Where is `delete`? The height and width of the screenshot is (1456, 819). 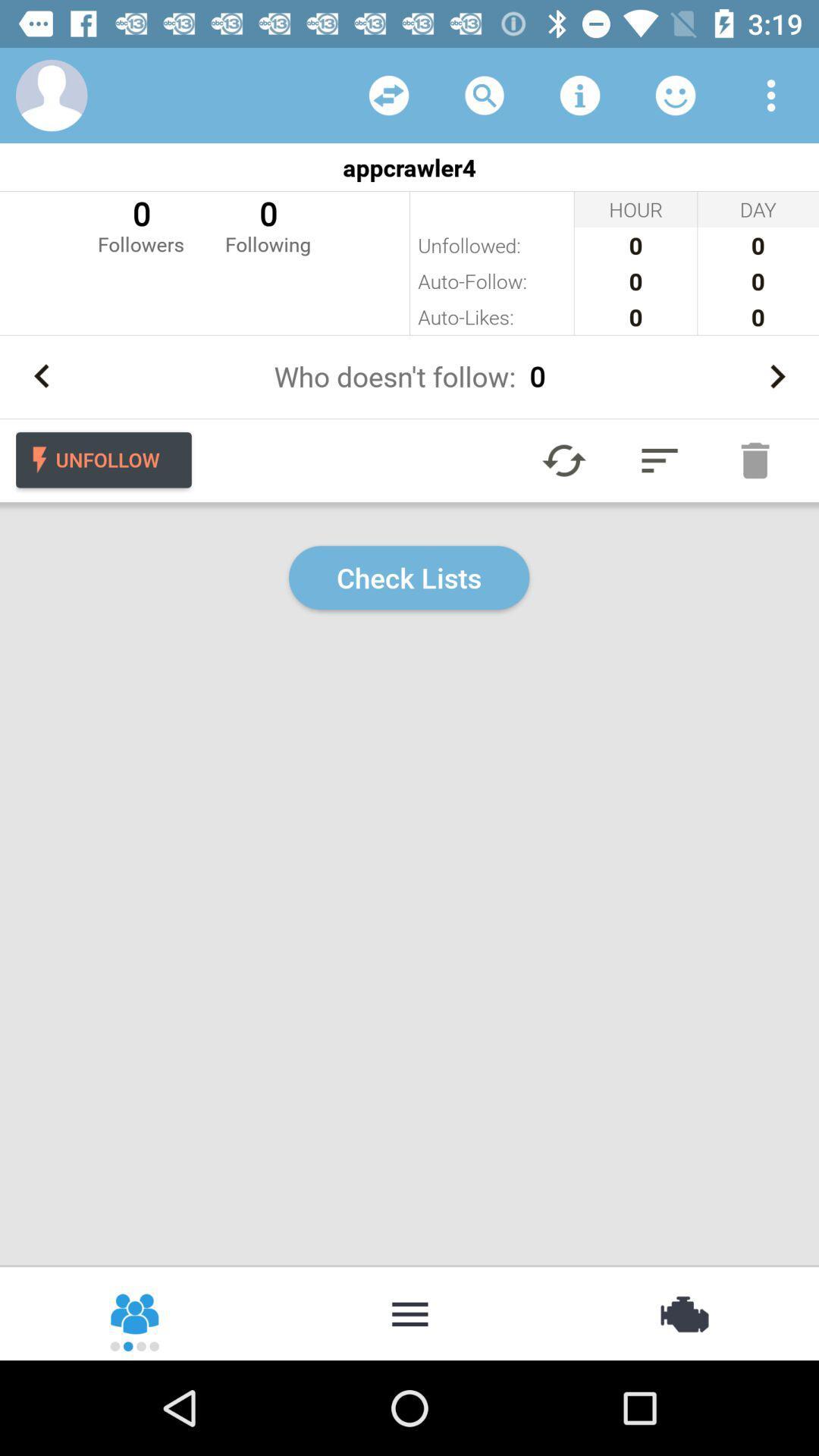
delete is located at coordinates (755, 460).